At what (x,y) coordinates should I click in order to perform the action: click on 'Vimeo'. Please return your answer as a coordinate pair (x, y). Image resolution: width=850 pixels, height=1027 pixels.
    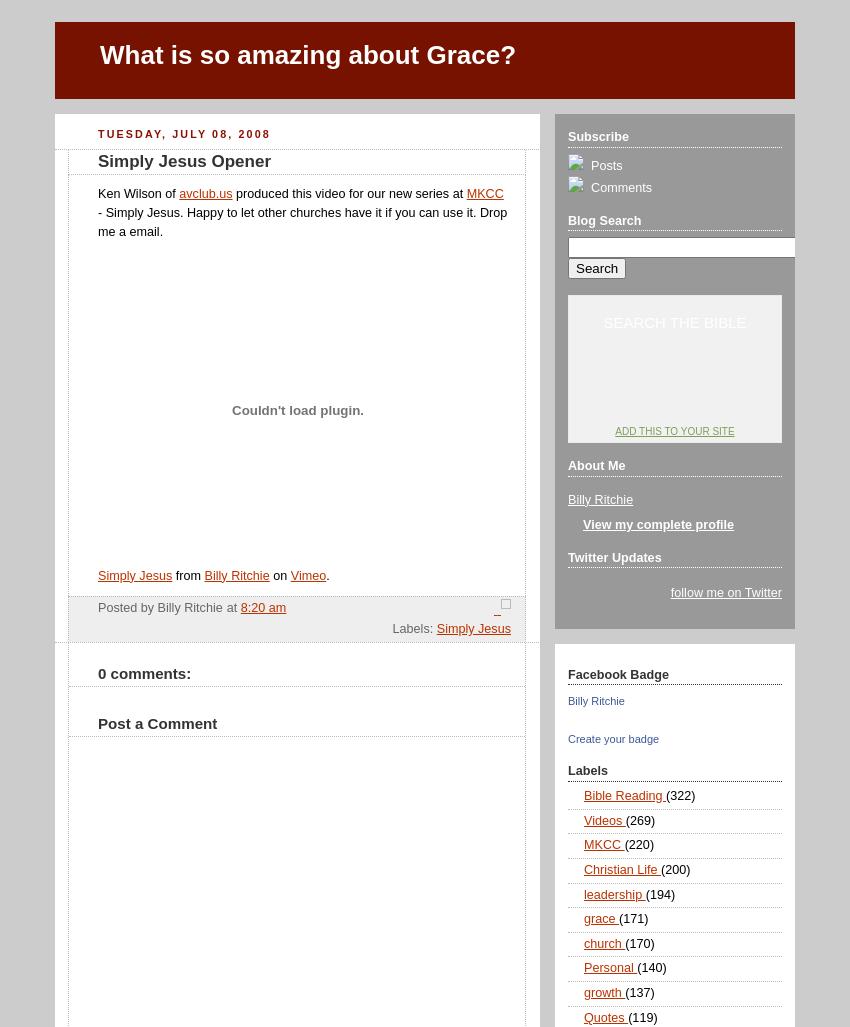
    Looking at the image, I should click on (308, 575).